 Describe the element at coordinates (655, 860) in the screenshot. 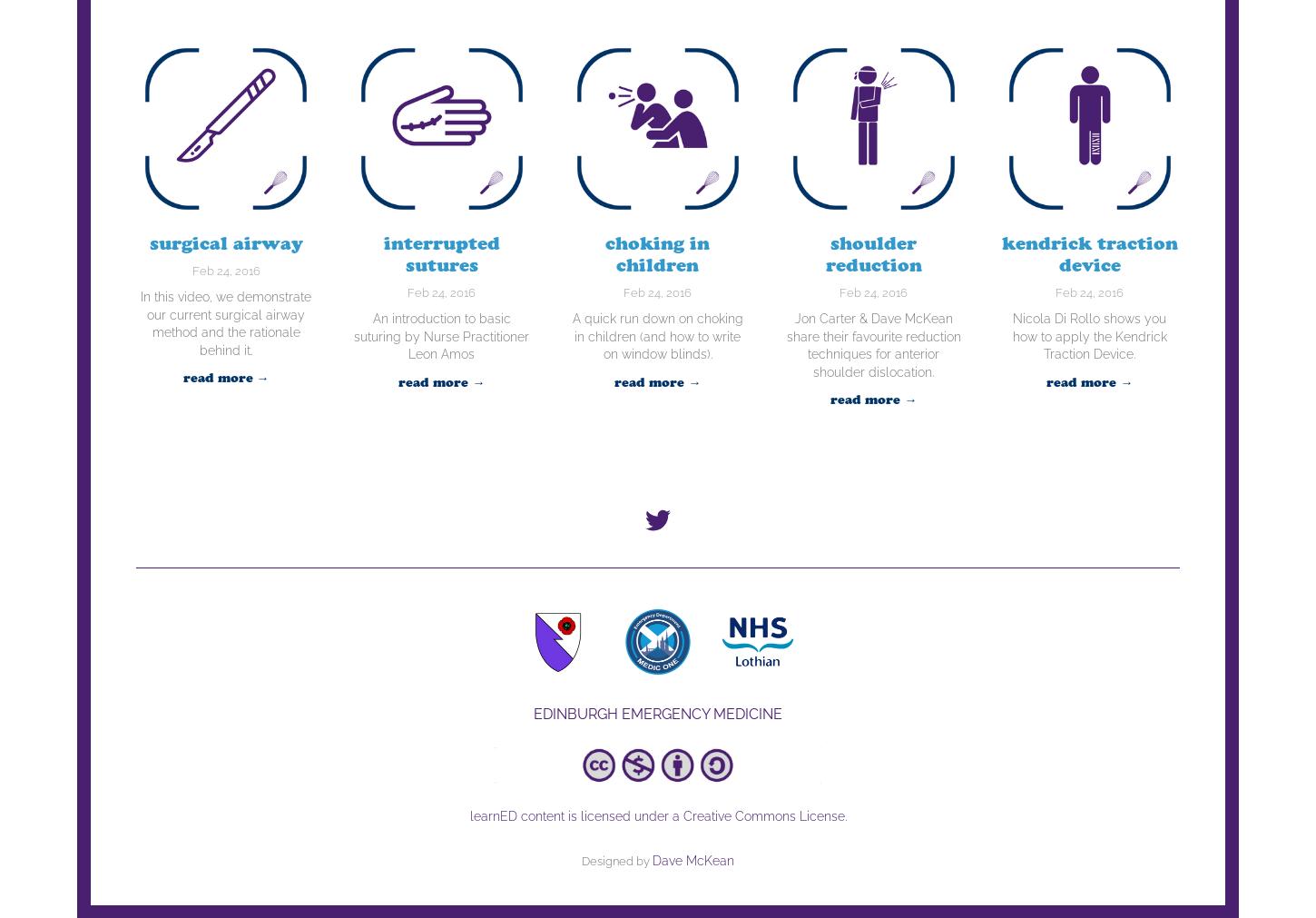

I see `'D'` at that location.